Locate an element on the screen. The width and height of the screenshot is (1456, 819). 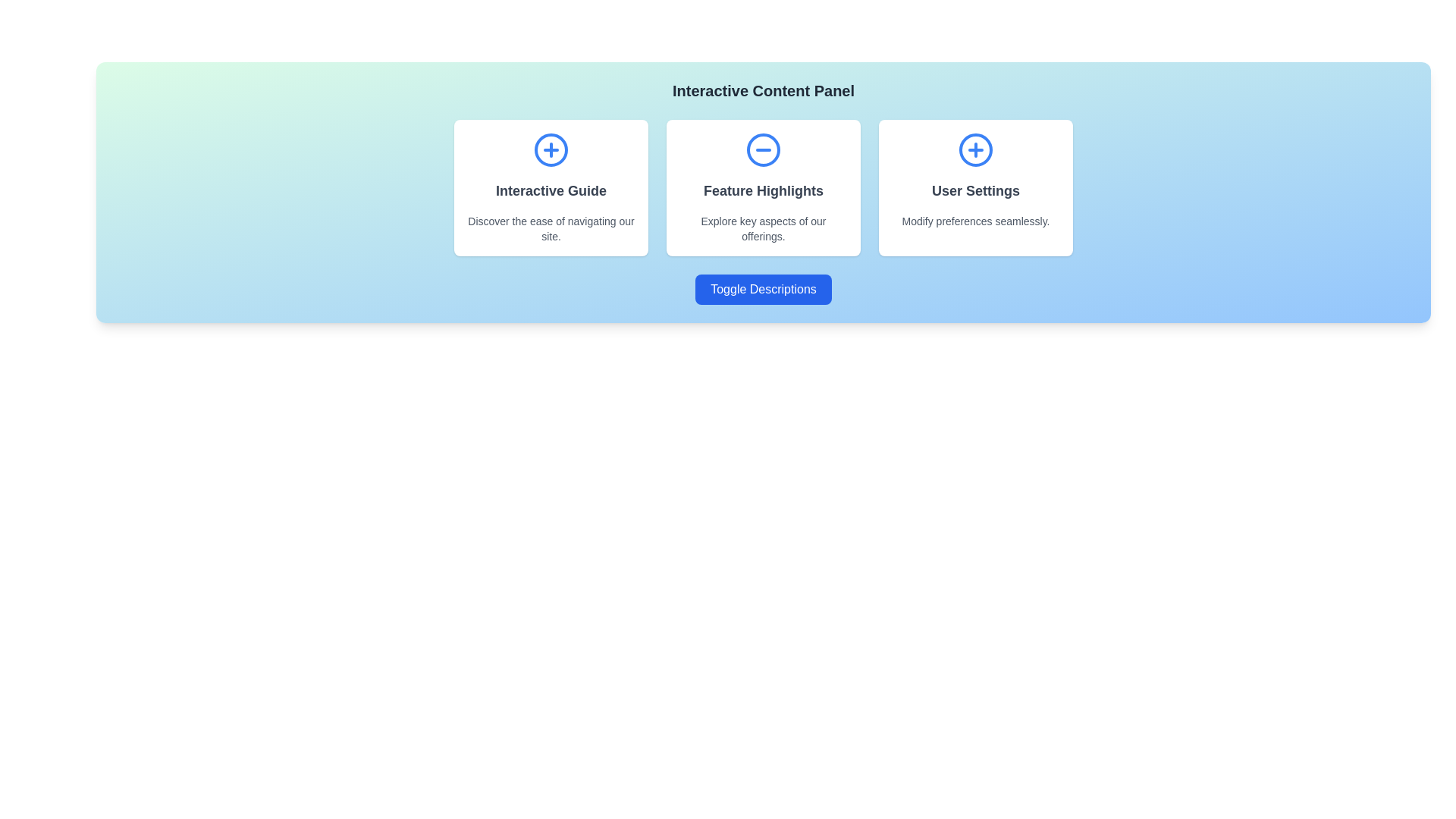
the SVG graphic icon indicating reduction or minimization functionality located in the second white card titled 'Feature Highlights' is located at coordinates (764, 149).